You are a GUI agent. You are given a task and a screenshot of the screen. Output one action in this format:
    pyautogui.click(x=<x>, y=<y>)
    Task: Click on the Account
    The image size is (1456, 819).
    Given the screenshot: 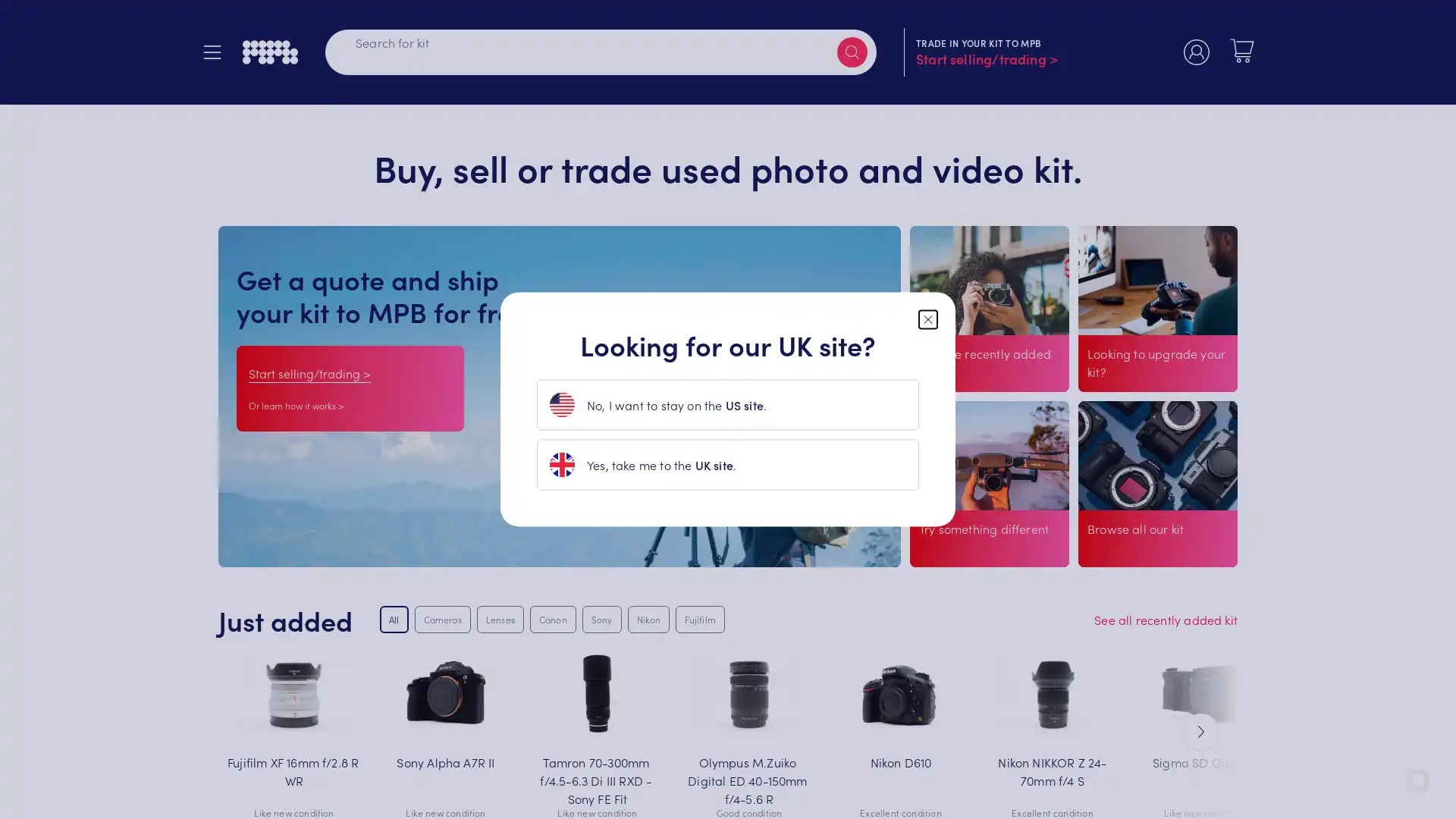 What is the action you would take?
    pyautogui.click(x=1196, y=54)
    